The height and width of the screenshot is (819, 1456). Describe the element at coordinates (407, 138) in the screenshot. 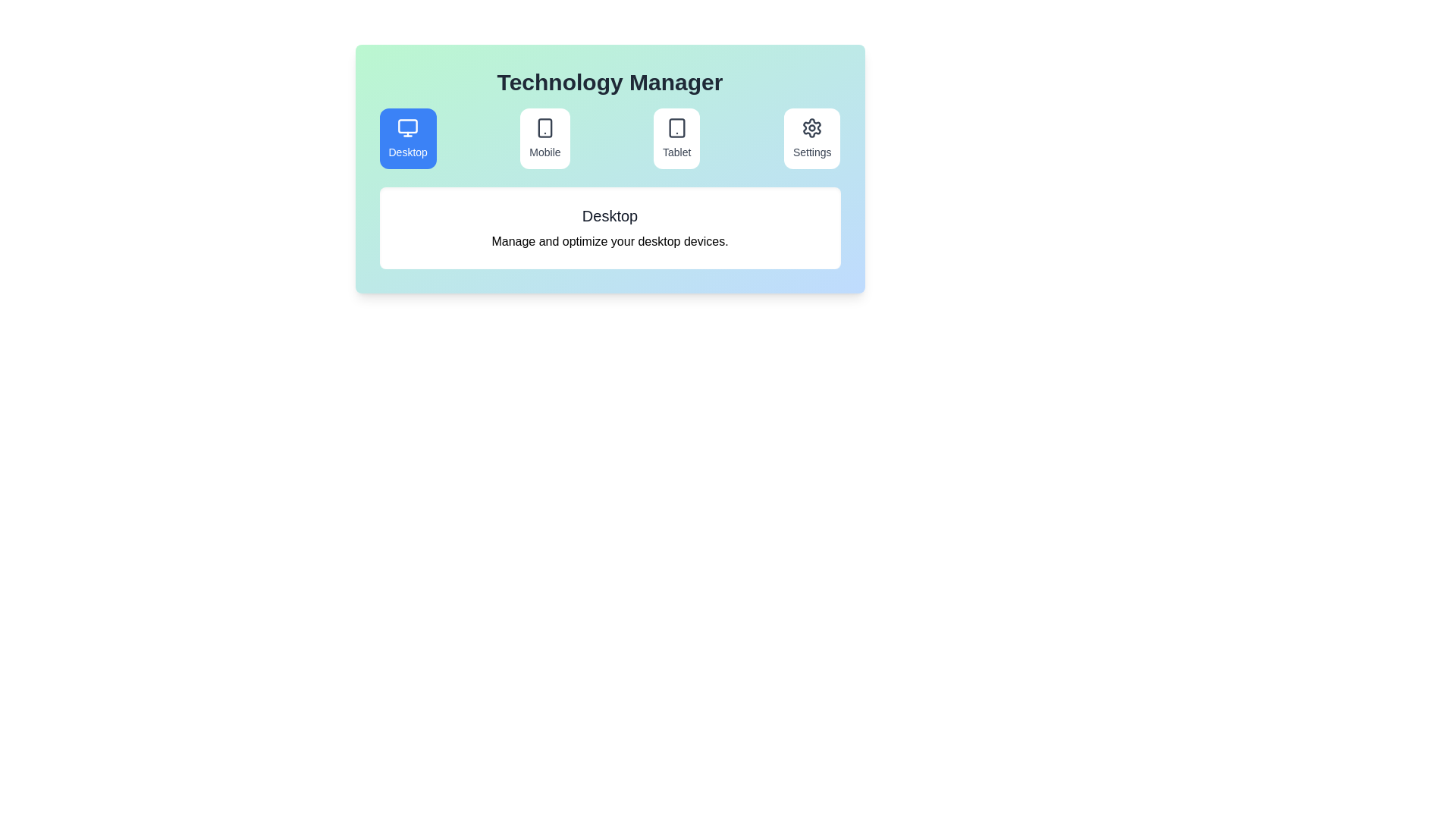

I see `the Desktop tab to switch to its section` at that location.